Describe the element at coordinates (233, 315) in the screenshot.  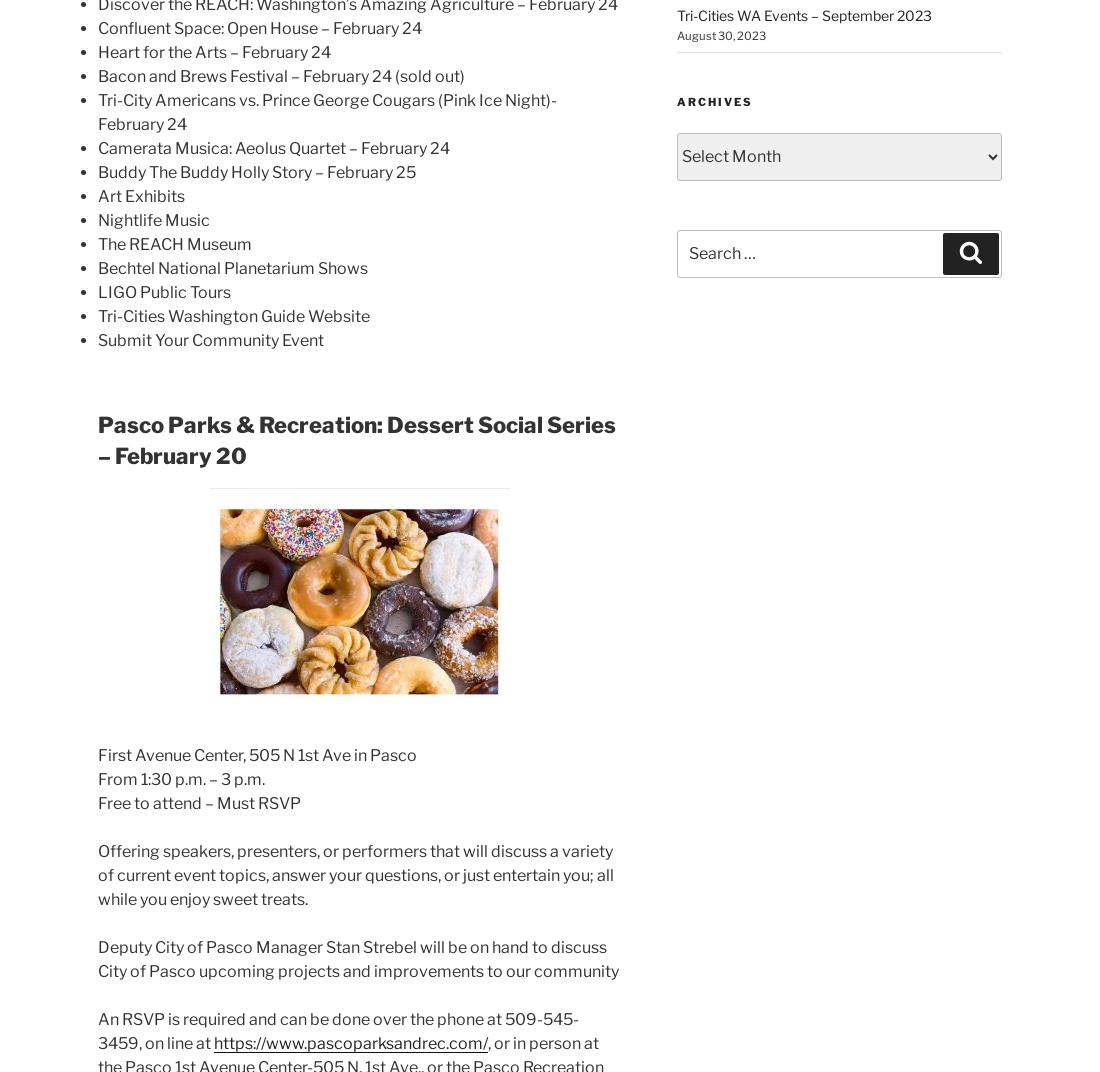
I see `'Tri-Cities Washington Guide Website'` at that location.